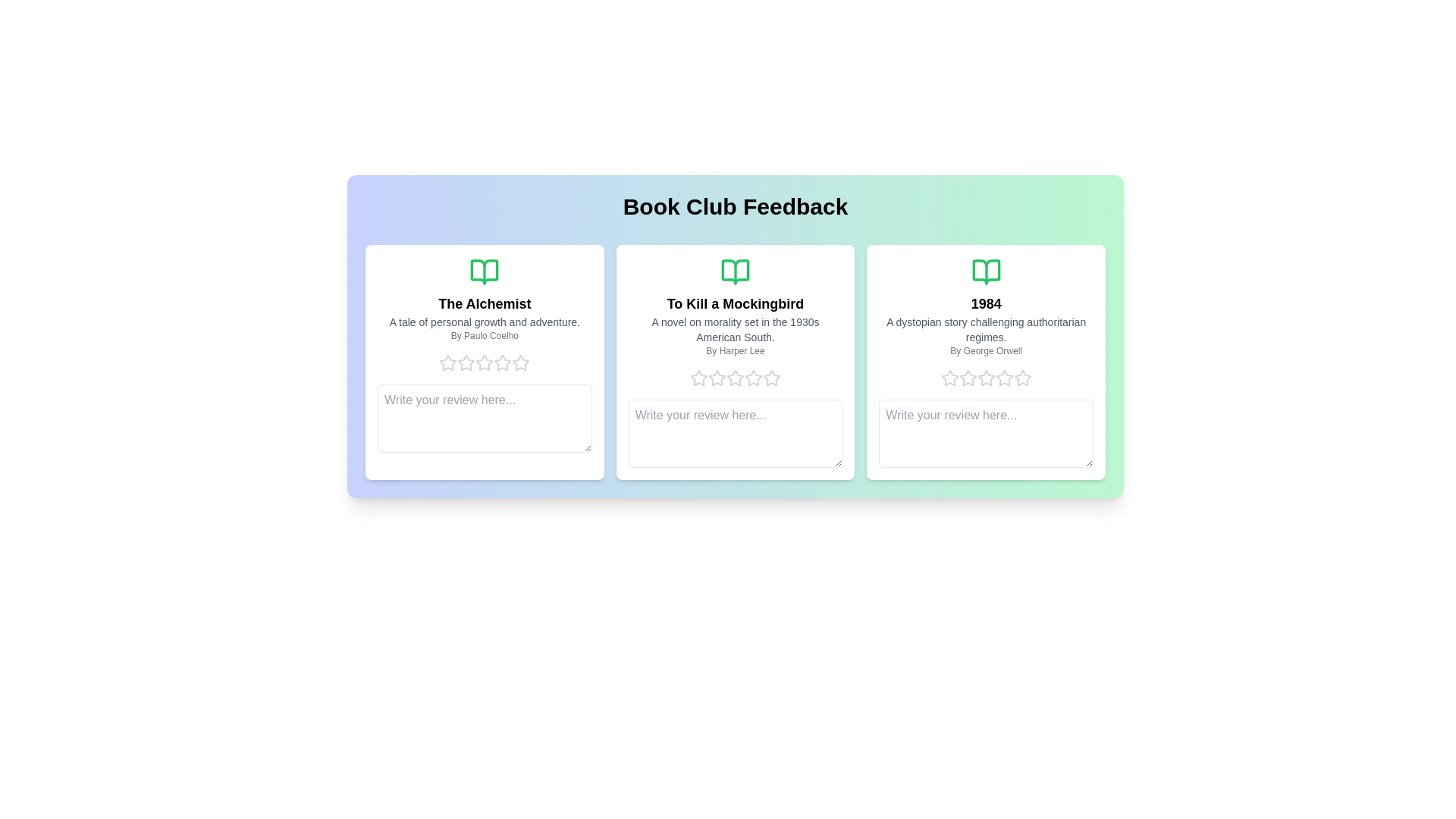 The height and width of the screenshot is (819, 1456). What do you see at coordinates (447, 362) in the screenshot?
I see `the first star icon in the rating interface of 'The Alchemist' book card` at bounding box center [447, 362].